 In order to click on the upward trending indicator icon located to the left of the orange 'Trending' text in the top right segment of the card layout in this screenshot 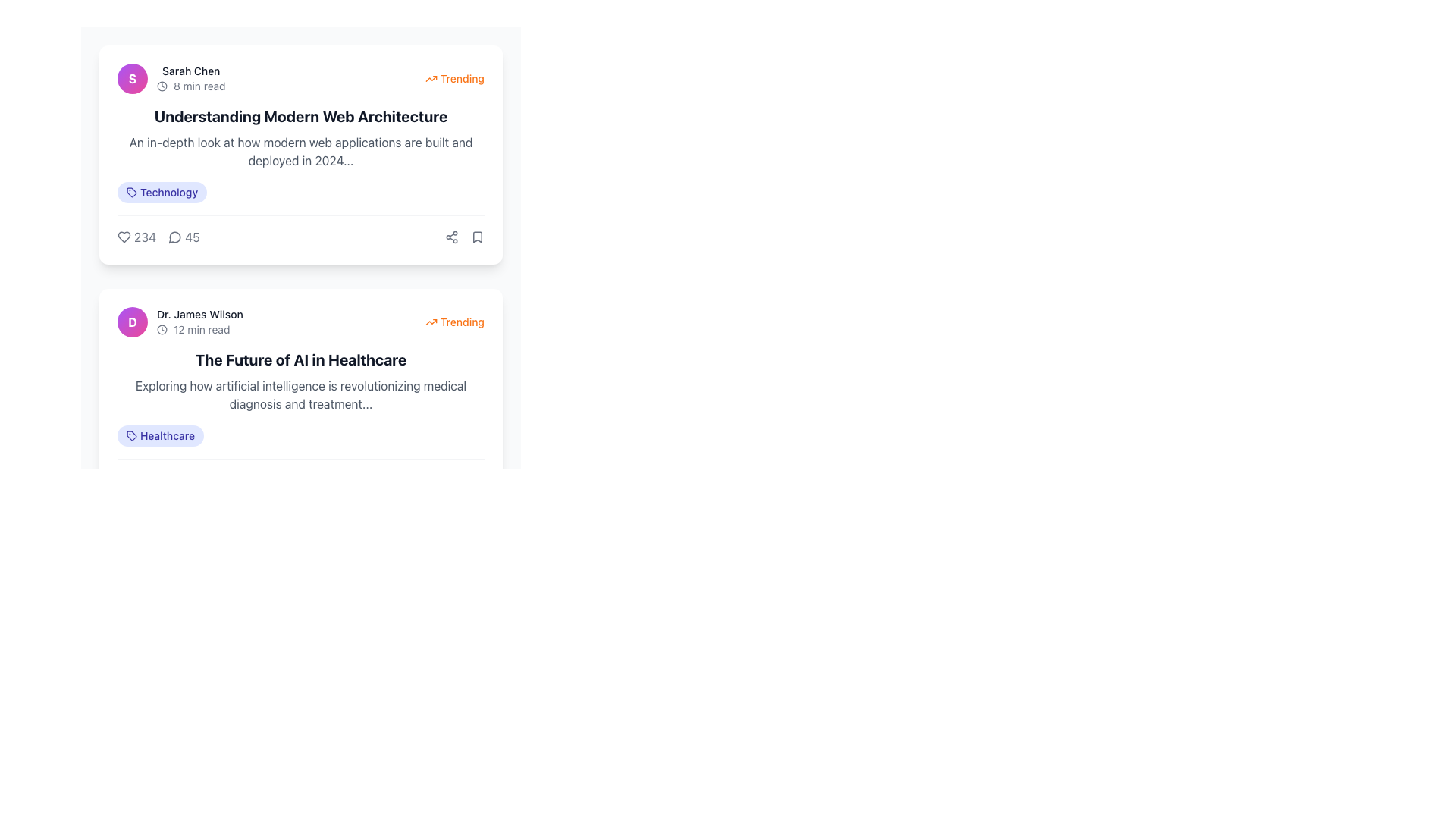, I will do `click(430, 321)`.